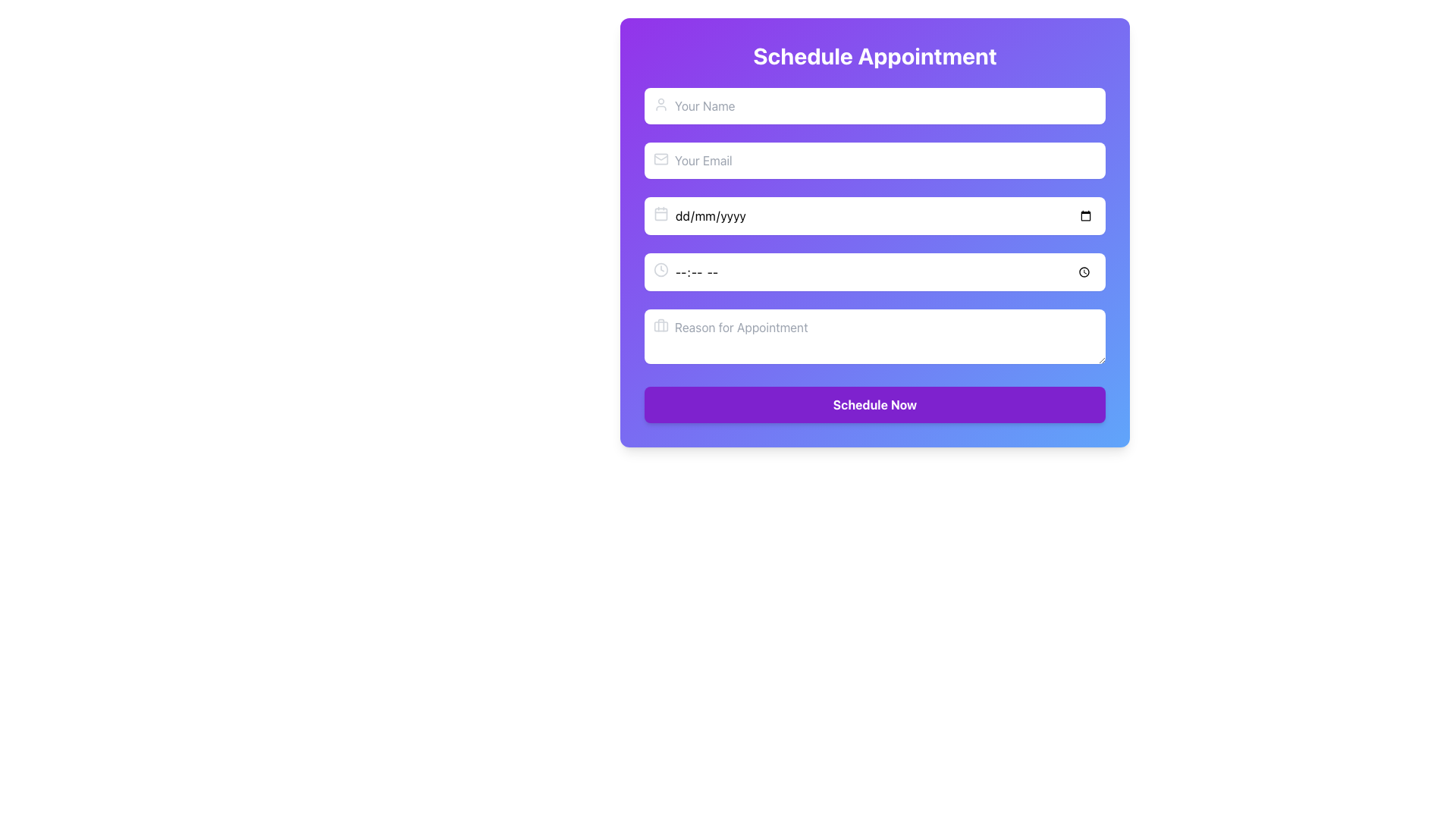 Image resolution: width=1456 pixels, height=819 pixels. Describe the element at coordinates (661, 325) in the screenshot. I see `the decorative rectangular element with rounded corners that is part of the briefcase icon within the SVG` at that location.